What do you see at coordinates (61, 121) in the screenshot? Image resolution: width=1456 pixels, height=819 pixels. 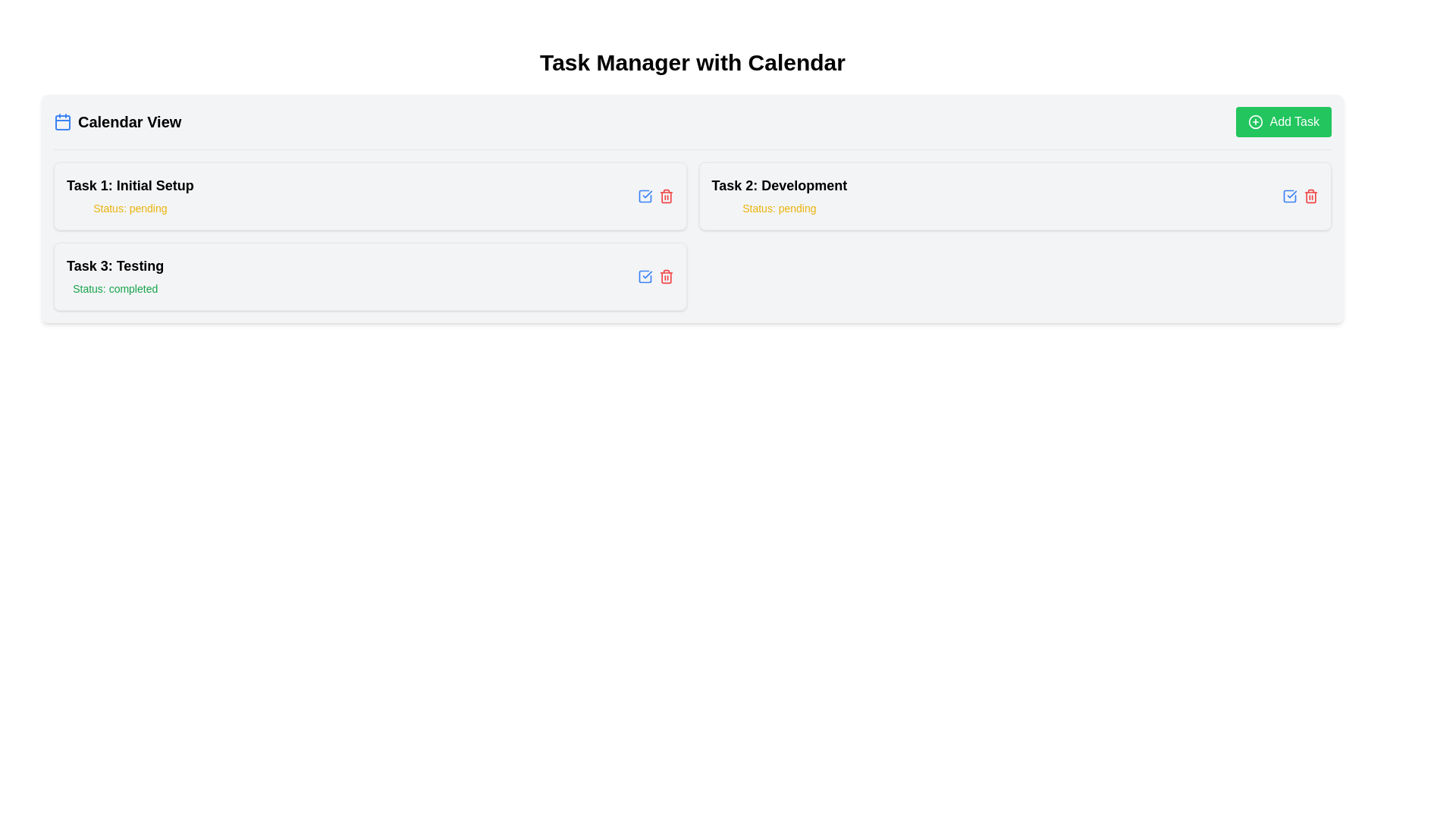 I see `the calendar icon characterized by a blue stroke, compact 24x24 pixel size, rounded corners, and two vertical lines at the top, located to the left of the 'Calendar View' text` at bounding box center [61, 121].